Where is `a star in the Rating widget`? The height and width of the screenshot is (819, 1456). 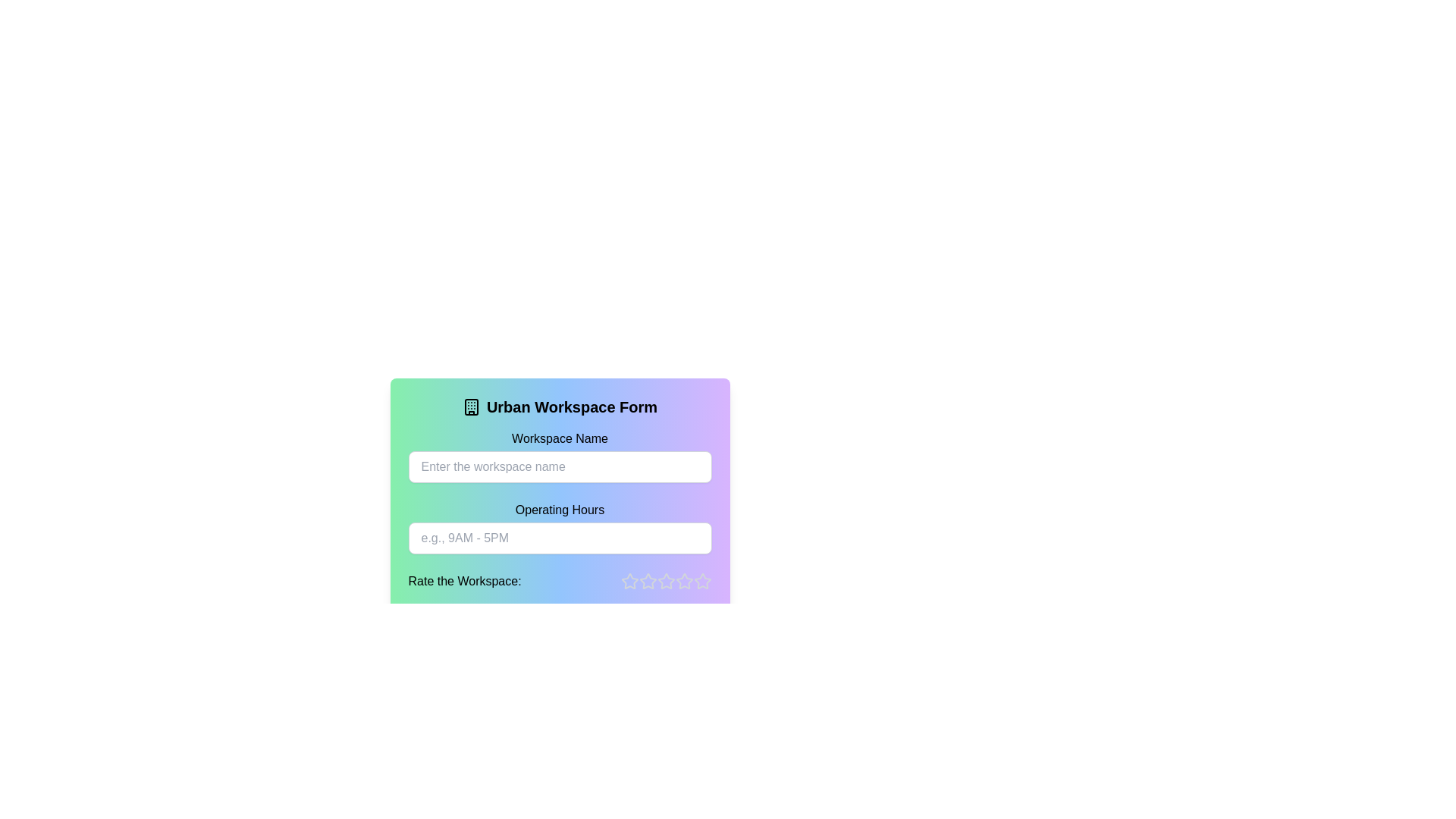
a star in the Rating widget is located at coordinates (559, 581).